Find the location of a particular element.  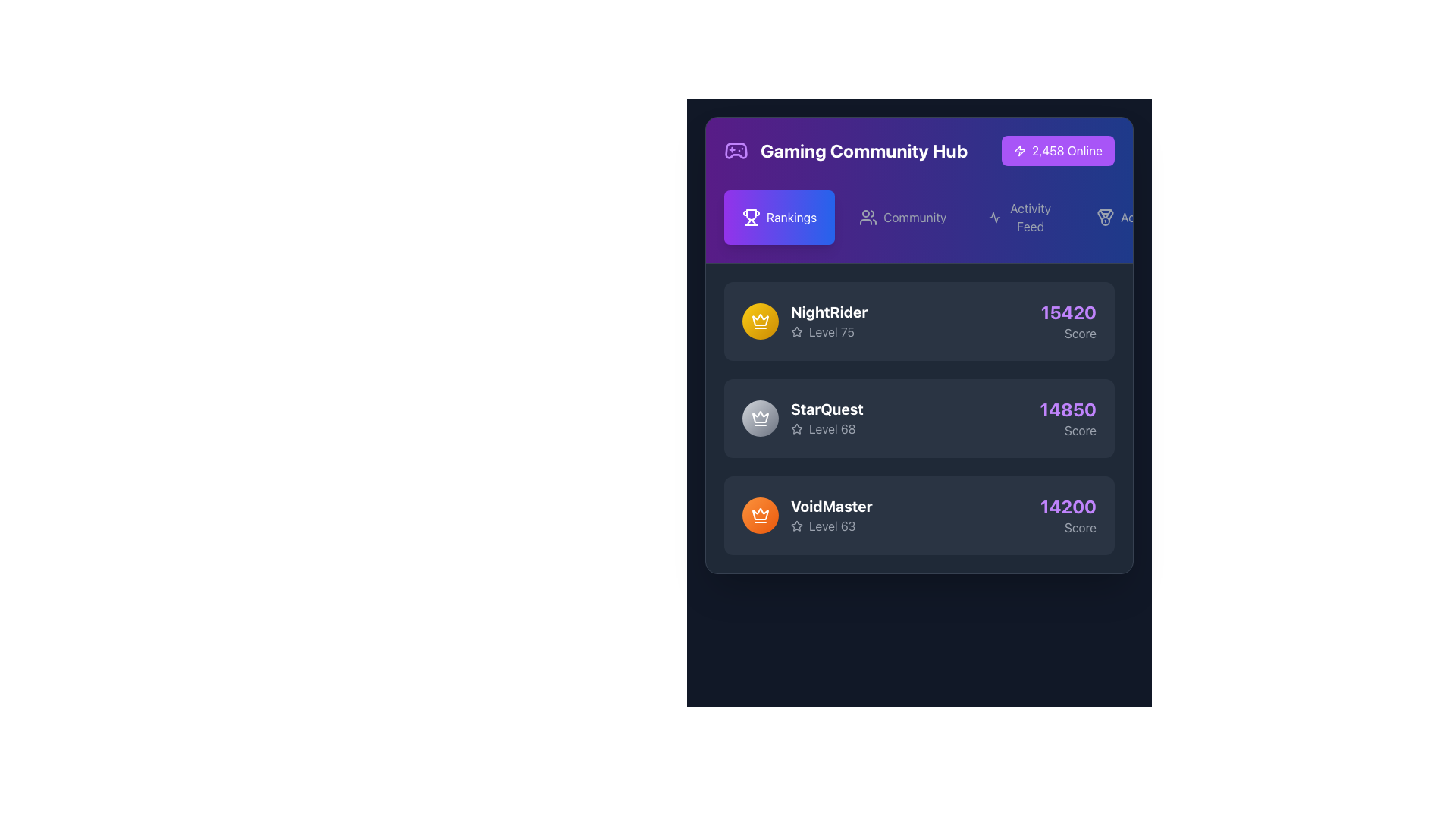

the small, lightning-bolt-shaped purple outline icon located next to the text '2,458 Online' in the top right of the dark interface is located at coordinates (1019, 151).